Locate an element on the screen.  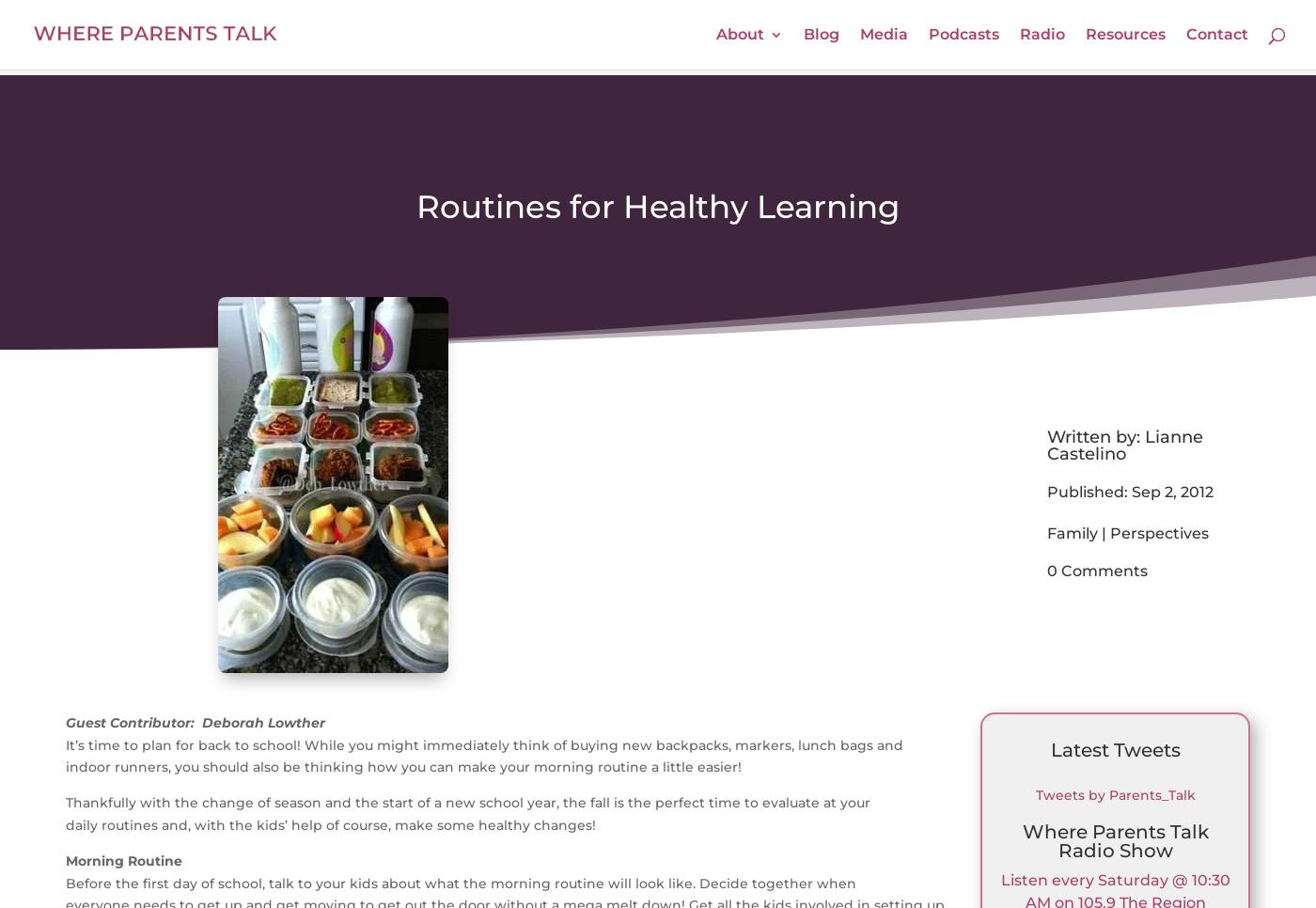
'Perspectives' is located at coordinates (1158, 531).